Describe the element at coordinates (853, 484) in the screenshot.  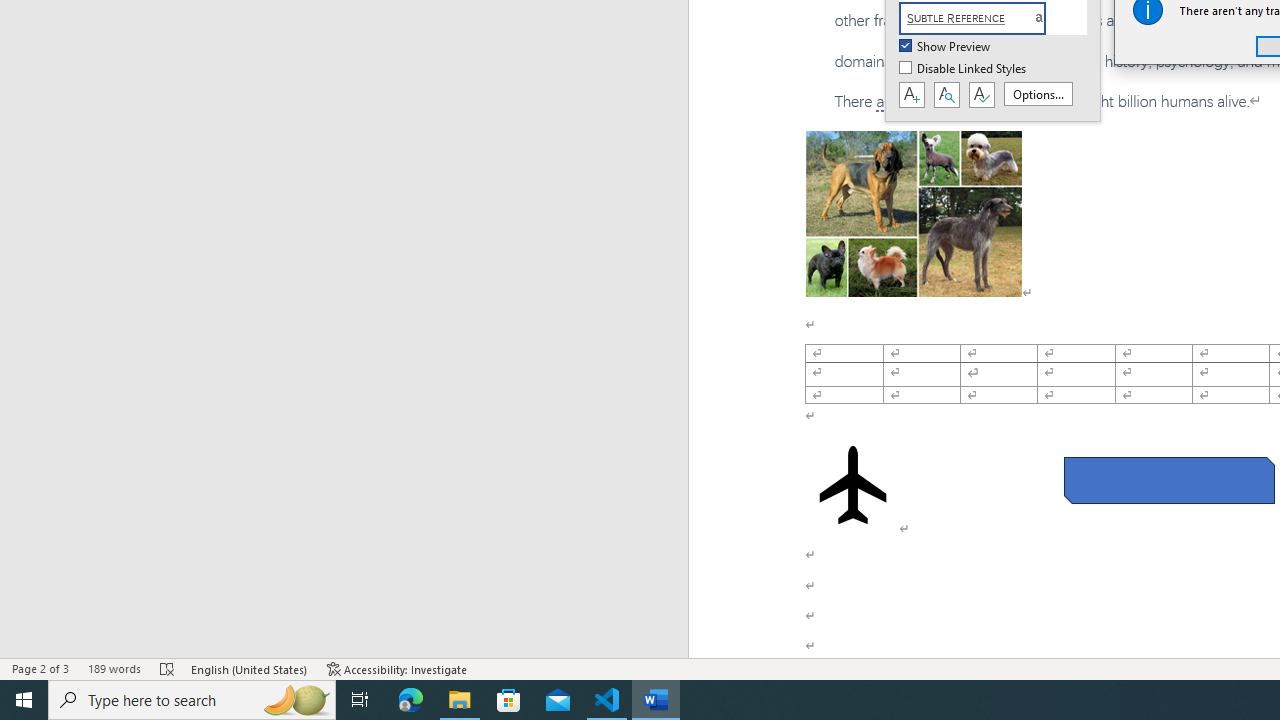
I see `'Airplane with solid fill'` at that location.